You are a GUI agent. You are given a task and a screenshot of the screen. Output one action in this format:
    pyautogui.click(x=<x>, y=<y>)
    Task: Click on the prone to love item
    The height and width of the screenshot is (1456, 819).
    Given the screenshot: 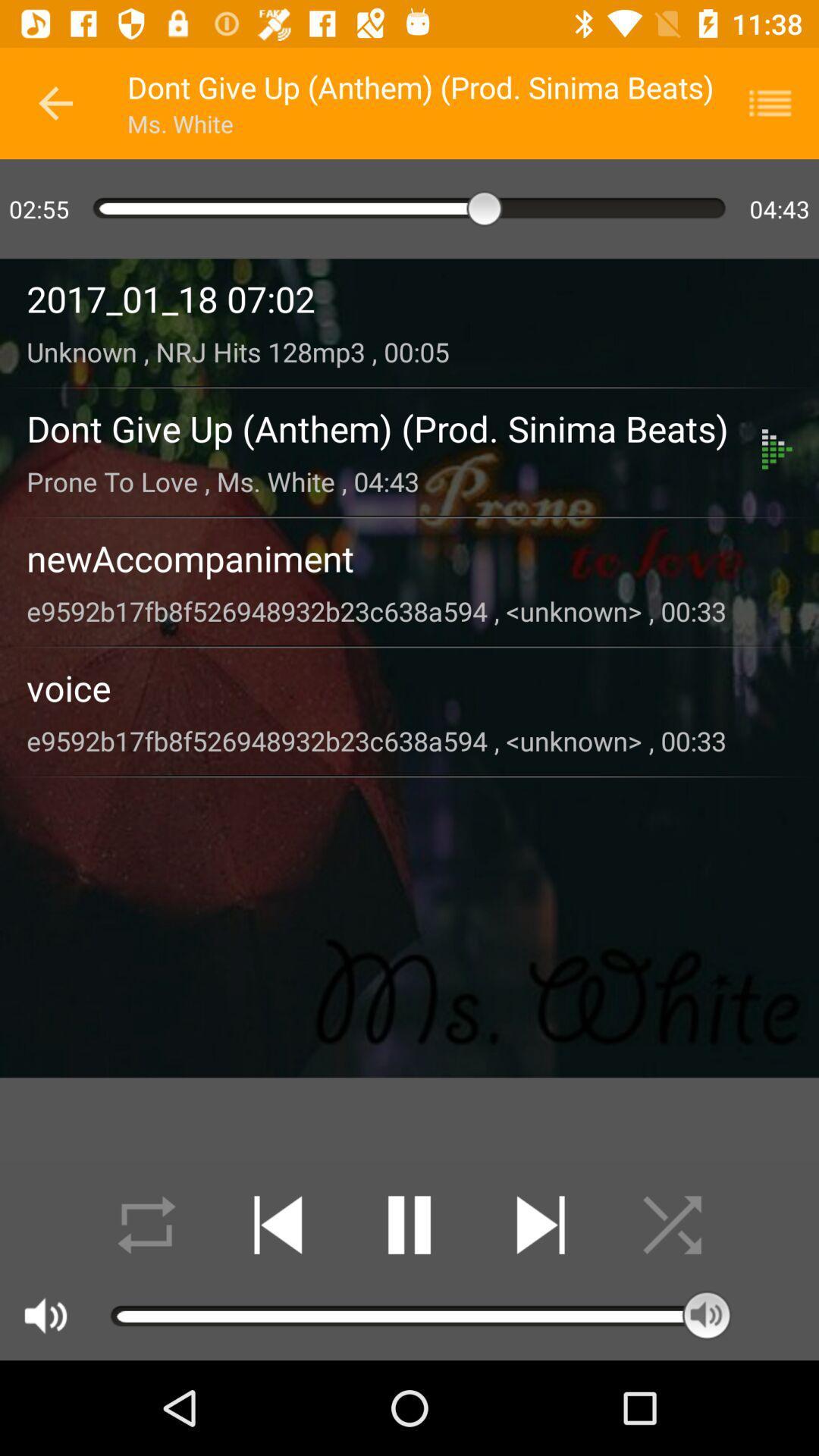 What is the action you would take?
    pyautogui.click(x=394, y=480)
    